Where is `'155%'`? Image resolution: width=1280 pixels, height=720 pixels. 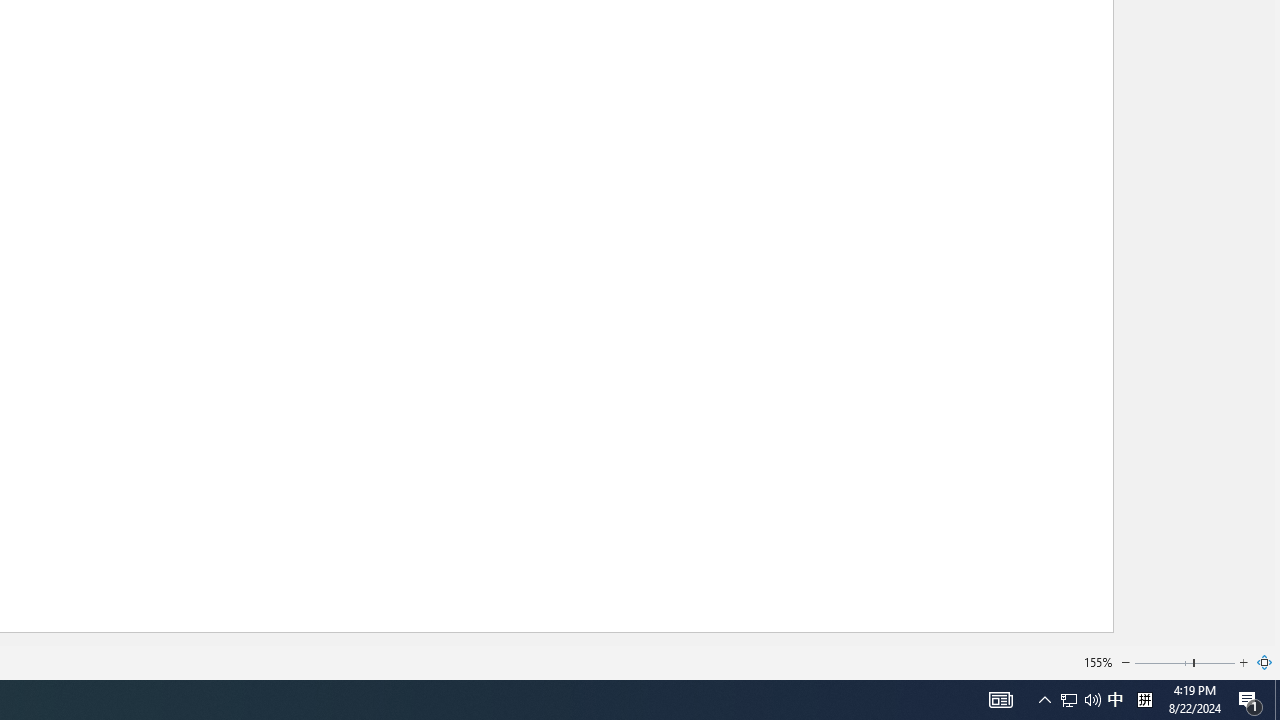 '155%' is located at coordinates (1097, 662).